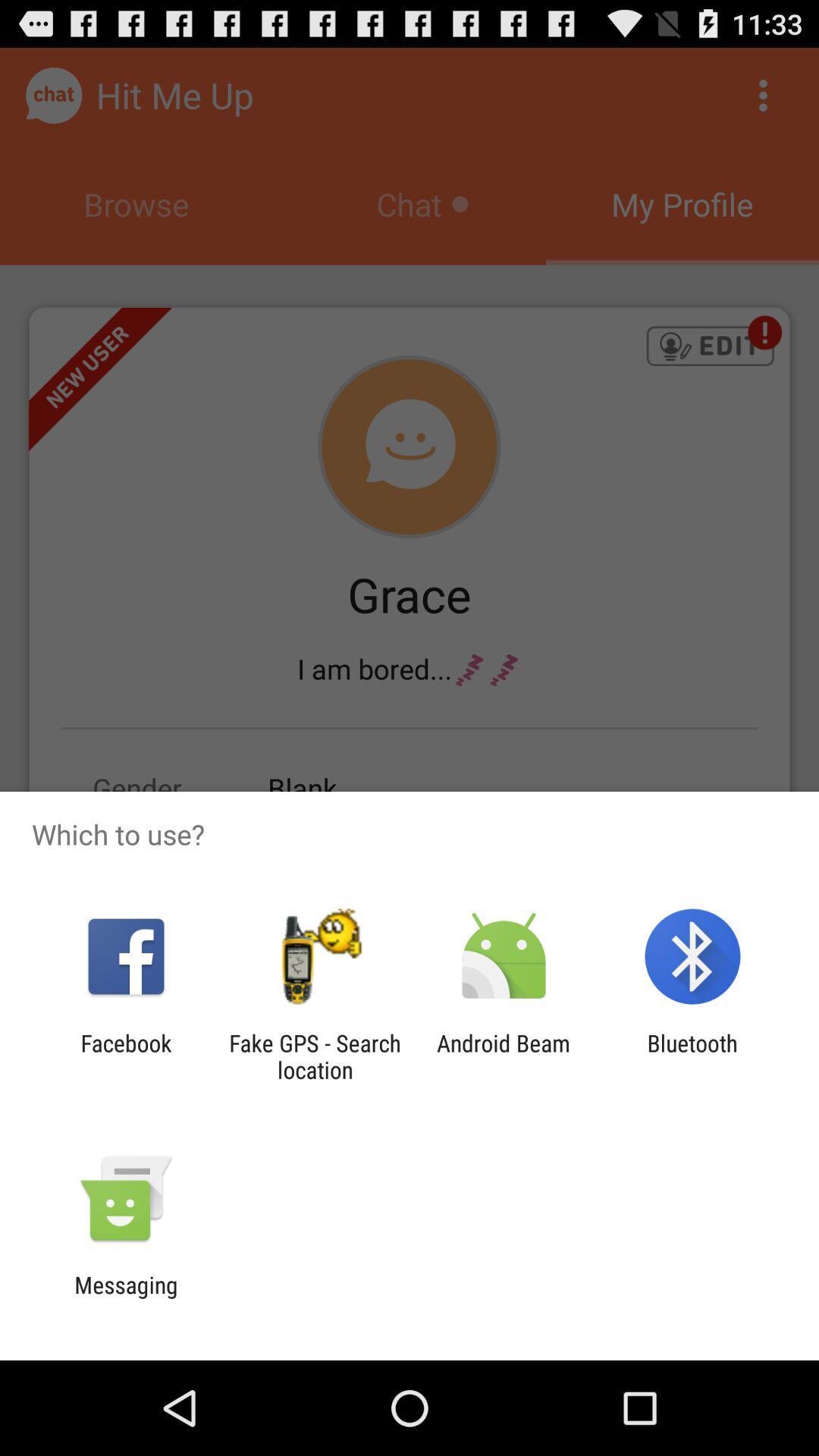  Describe the element at coordinates (125, 1056) in the screenshot. I see `app next to the fake gps search item` at that location.